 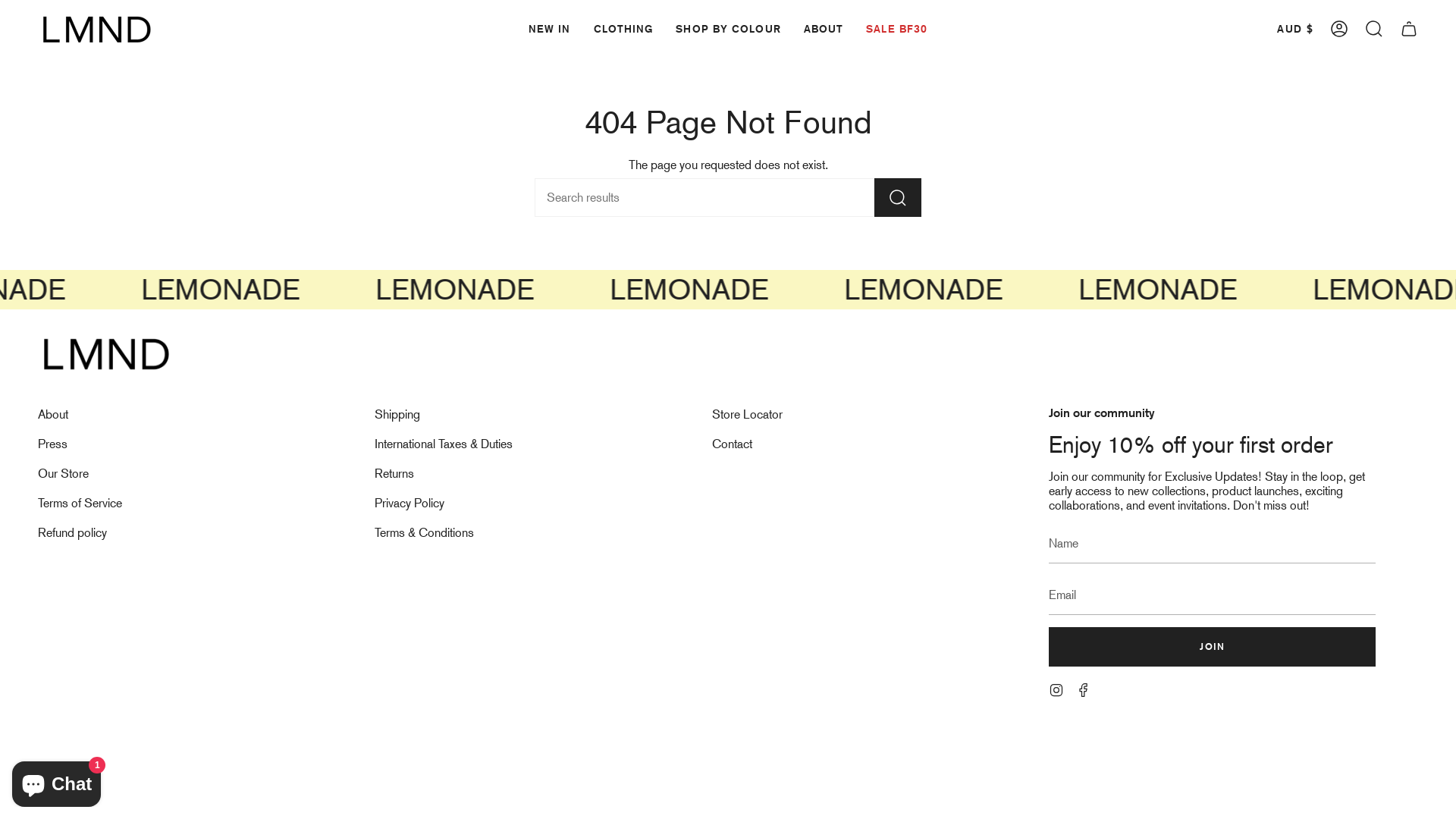 I want to click on 'Terms & Conditions', so click(x=424, y=532).